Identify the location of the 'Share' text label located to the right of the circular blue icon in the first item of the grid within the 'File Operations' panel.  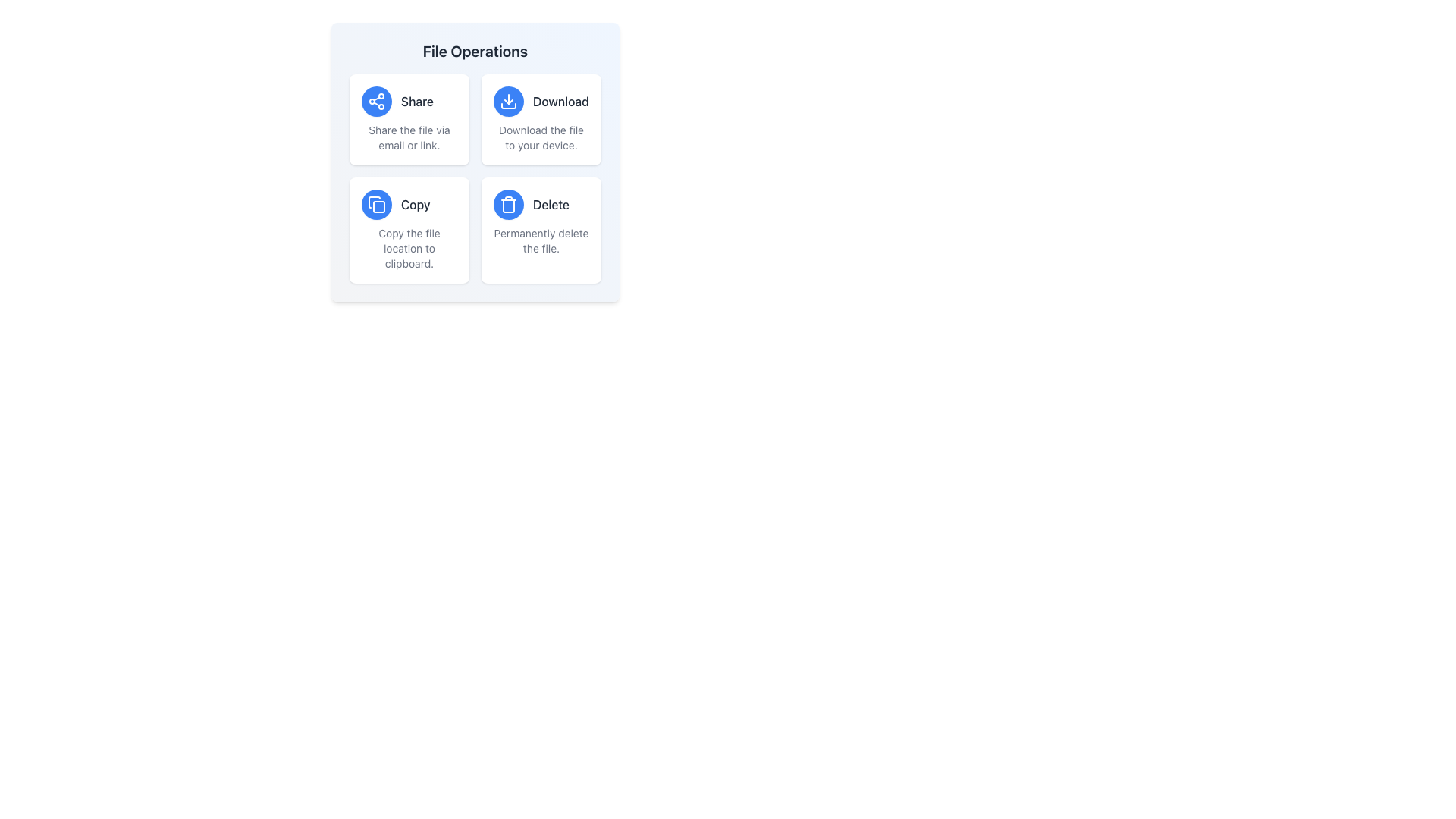
(417, 102).